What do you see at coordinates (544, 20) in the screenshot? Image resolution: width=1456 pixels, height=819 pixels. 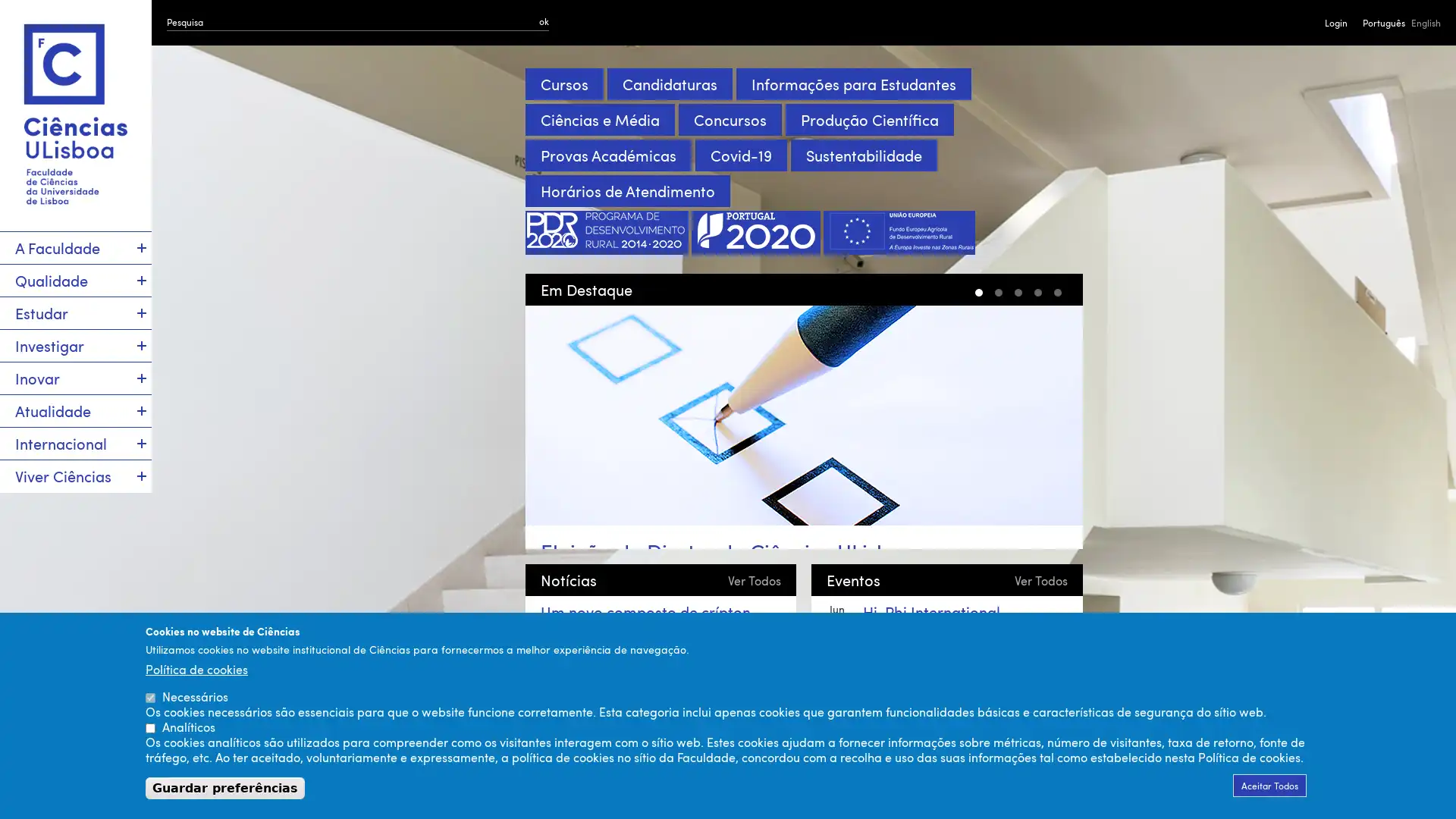 I see `ok` at bounding box center [544, 20].